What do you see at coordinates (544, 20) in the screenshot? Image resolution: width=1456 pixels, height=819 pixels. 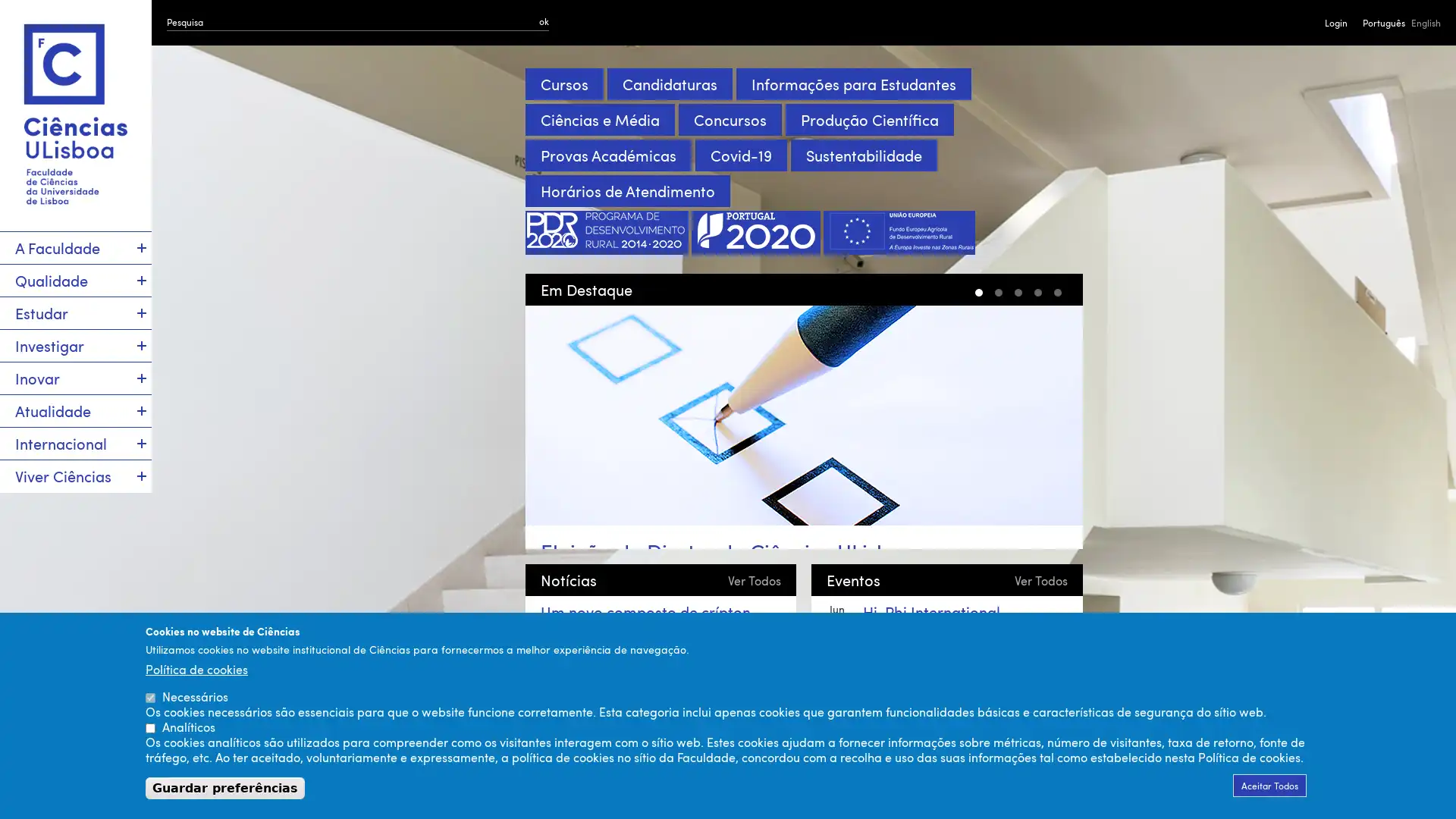 I see `ok` at bounding box center [544, 20].